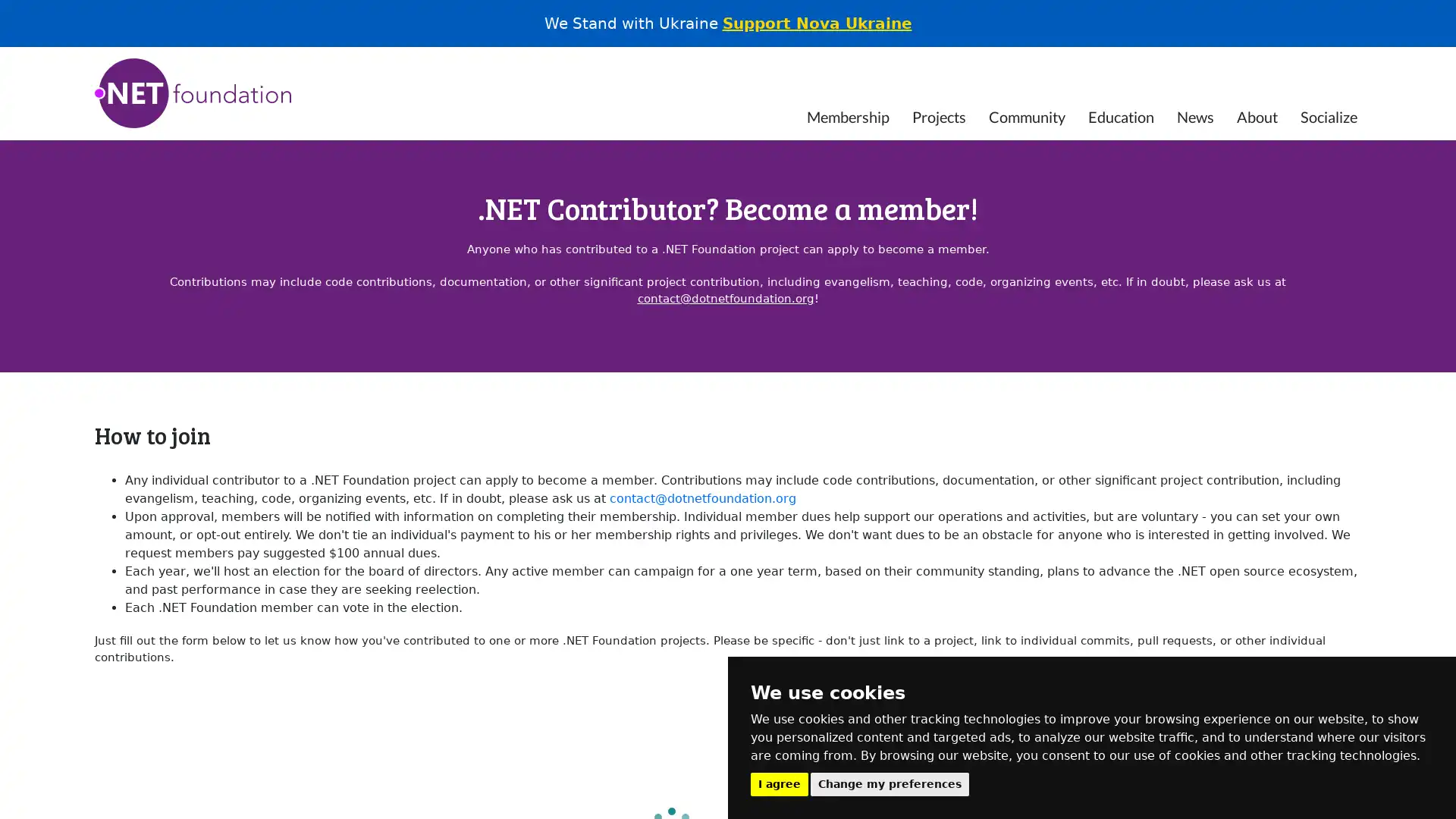 This screenshot has width=1456, height=819. What do you see at coordinates (779, 784) in the screenshot?
I see `I agree` at bounding box center [779, 784].